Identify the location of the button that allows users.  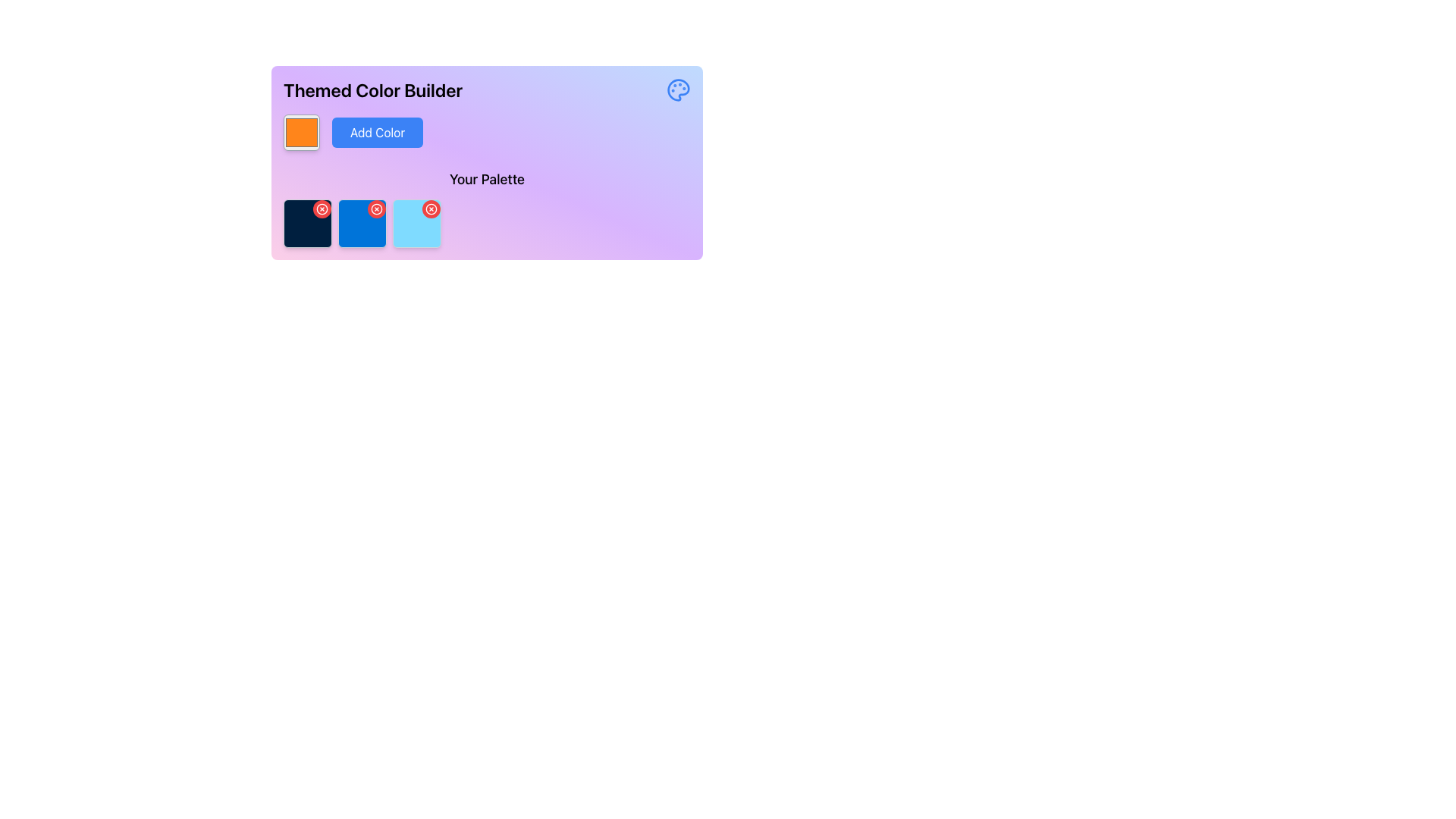
(378, 131).